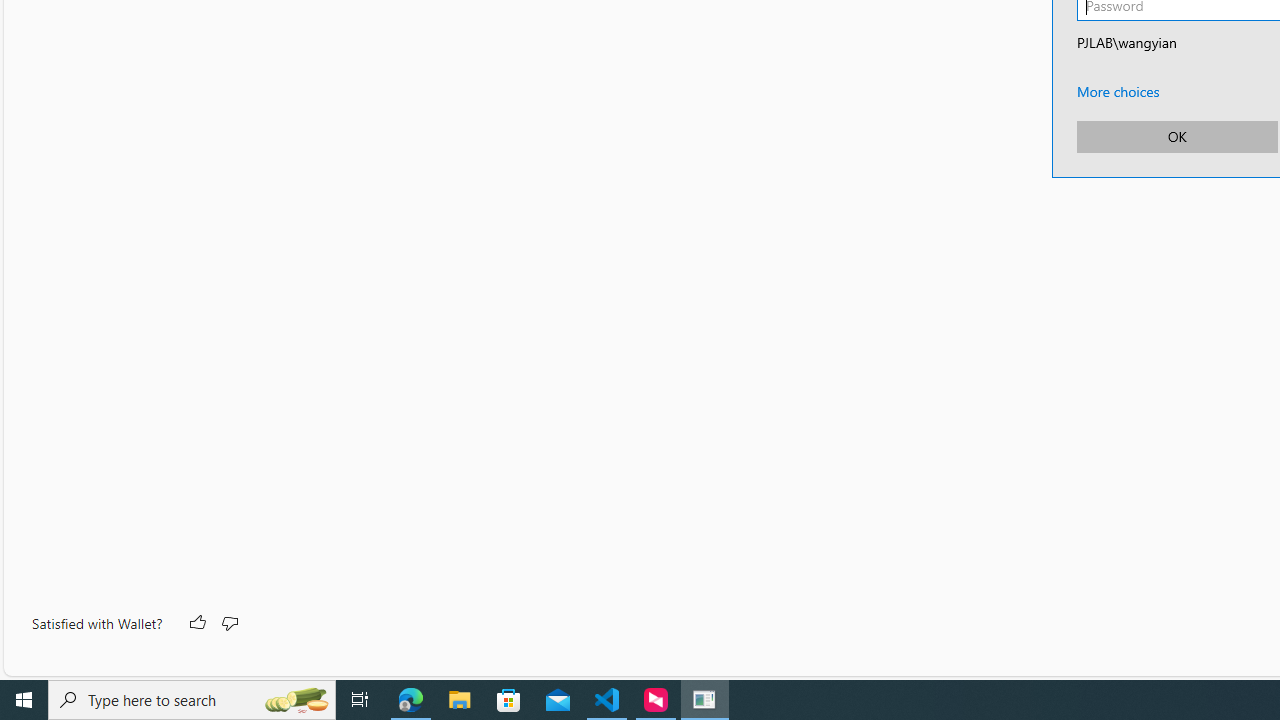 This screenshot has height=720, width=1280. What do you see at coordinates (1117, 91) in the screenshot?
I see `'More choices'` at bounding box center [1117, 91].